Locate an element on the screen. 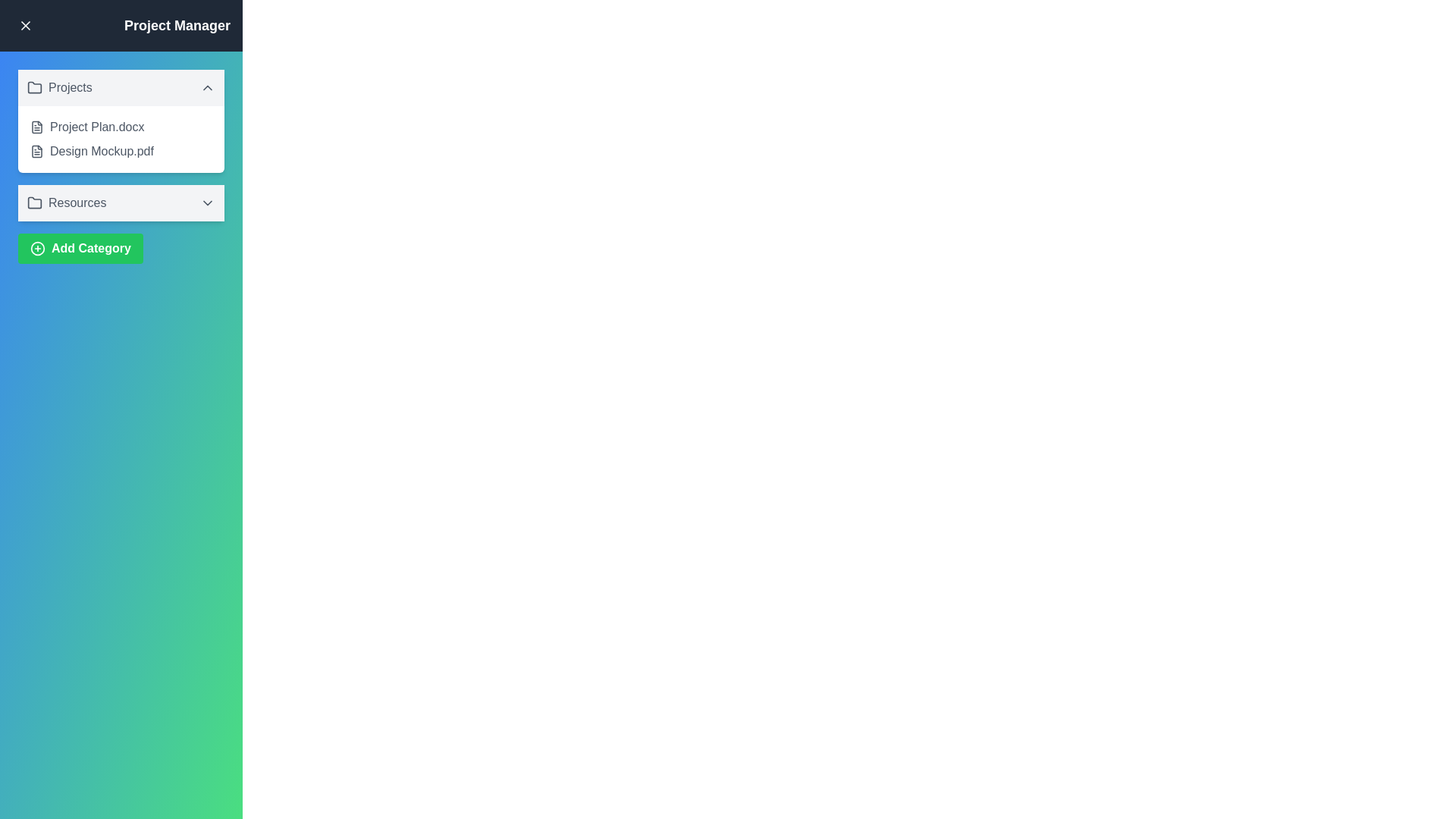 This screenshot has height=819, width=1456. the close button located at the top left corner of the panel, to the left of the text 'Project Manager' is located at coordinates (25, 26).